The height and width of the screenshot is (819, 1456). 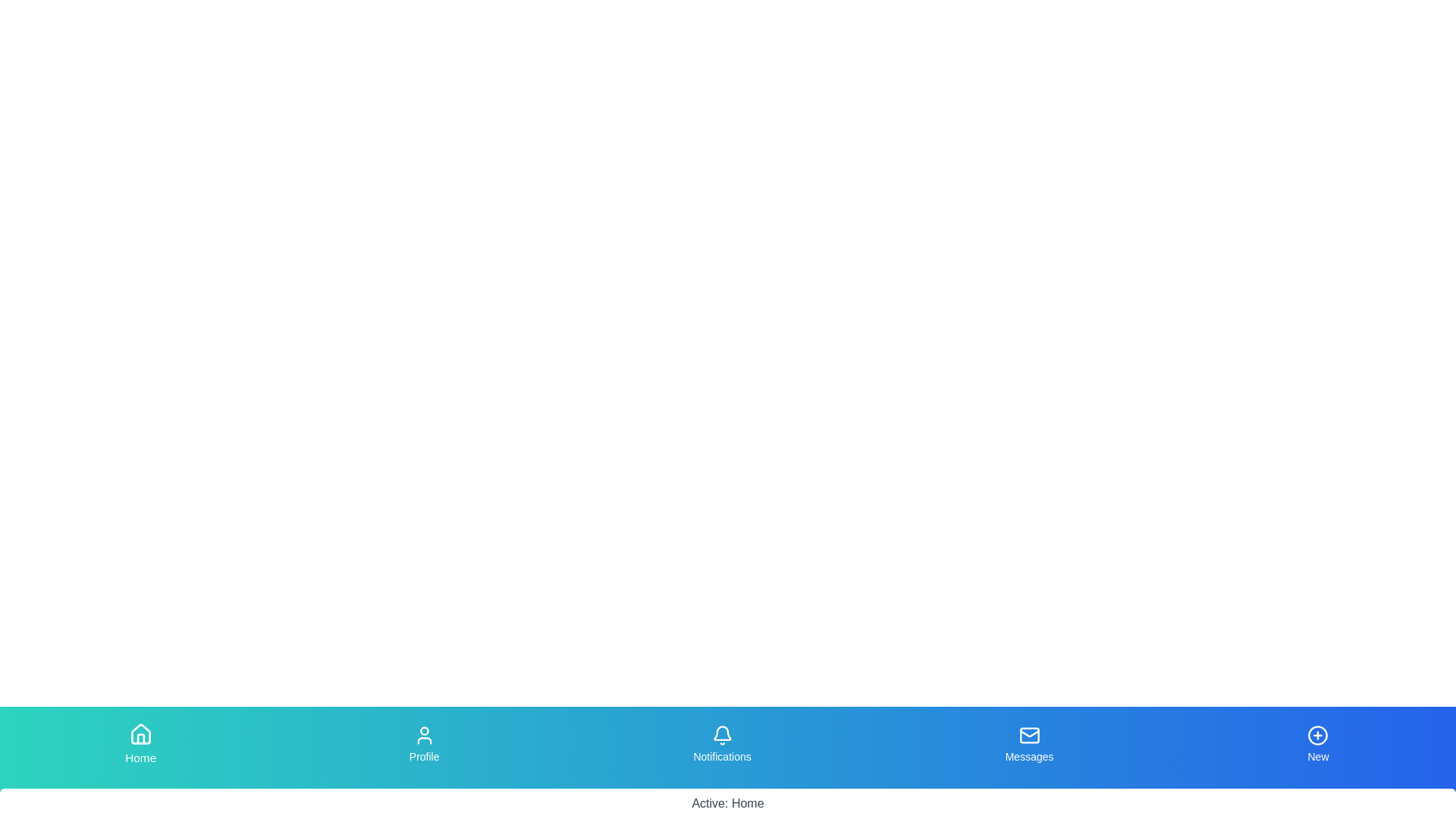 What do you see at coordinates (141, 744) in the screenshot?
I see `the tab labeled Home to observe the scaling effect` at bounding box center [141, 744].